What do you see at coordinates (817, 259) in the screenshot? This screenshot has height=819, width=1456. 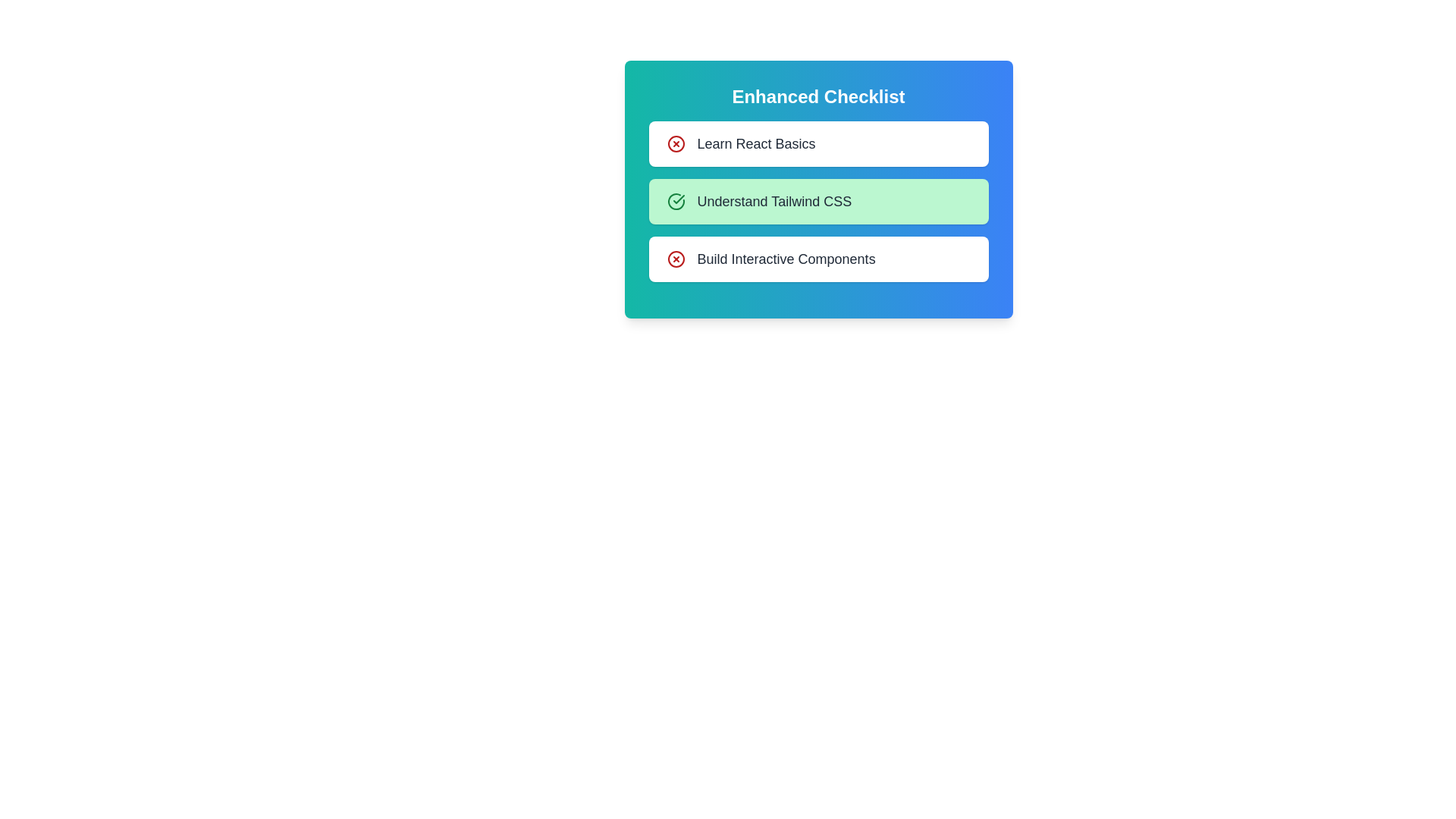 I see `the checklist item Build Interactive Components to observe its hover effect` at bounding box center [817, 259].